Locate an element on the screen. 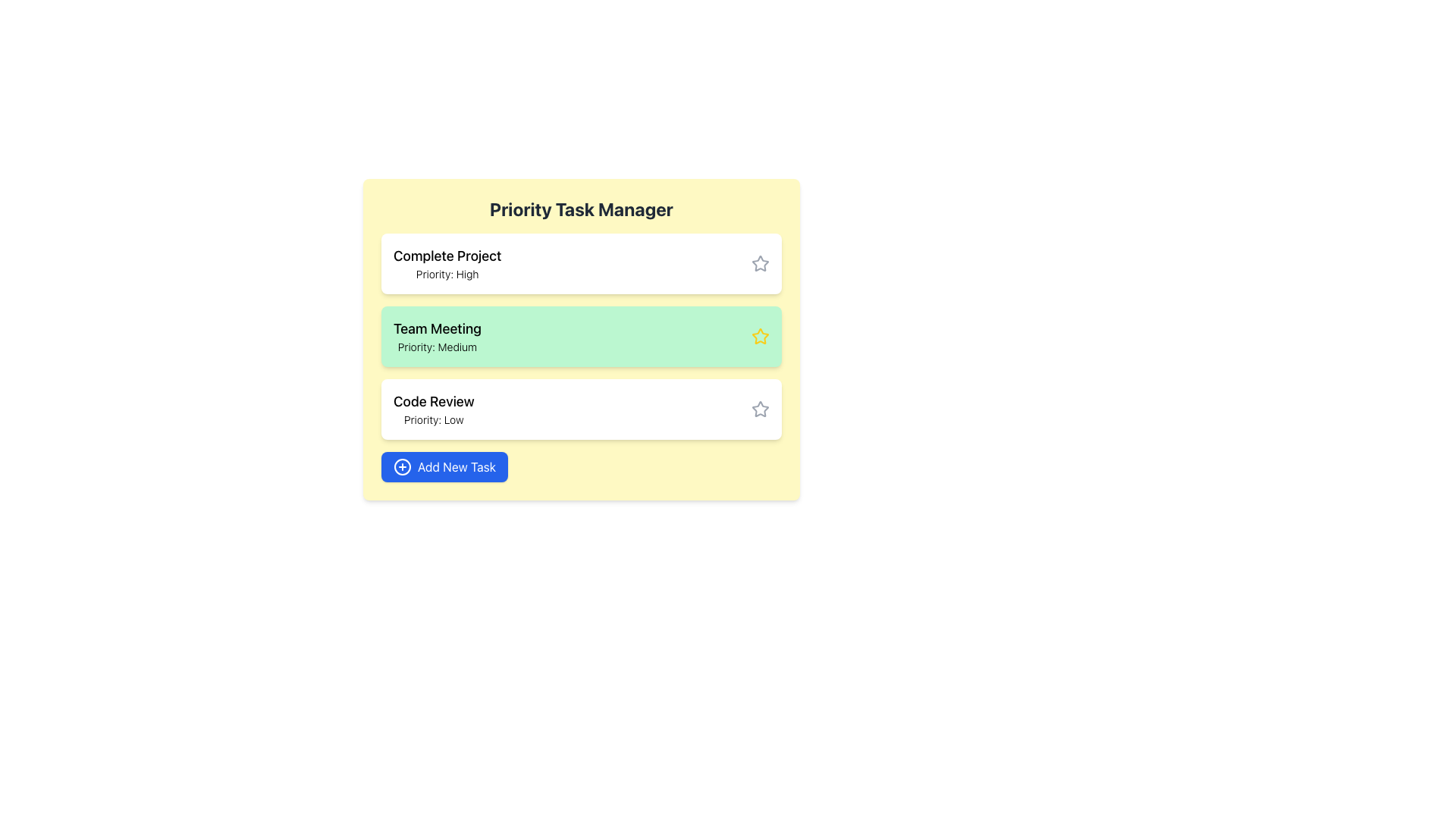 The height and width of the screenshot is (819, 1456). the 'Code Review' text label element, which is styled in bold and slightly larger font at the top-center of a task card labeled 'Priority: Low' is located at coordinates (433, 400).